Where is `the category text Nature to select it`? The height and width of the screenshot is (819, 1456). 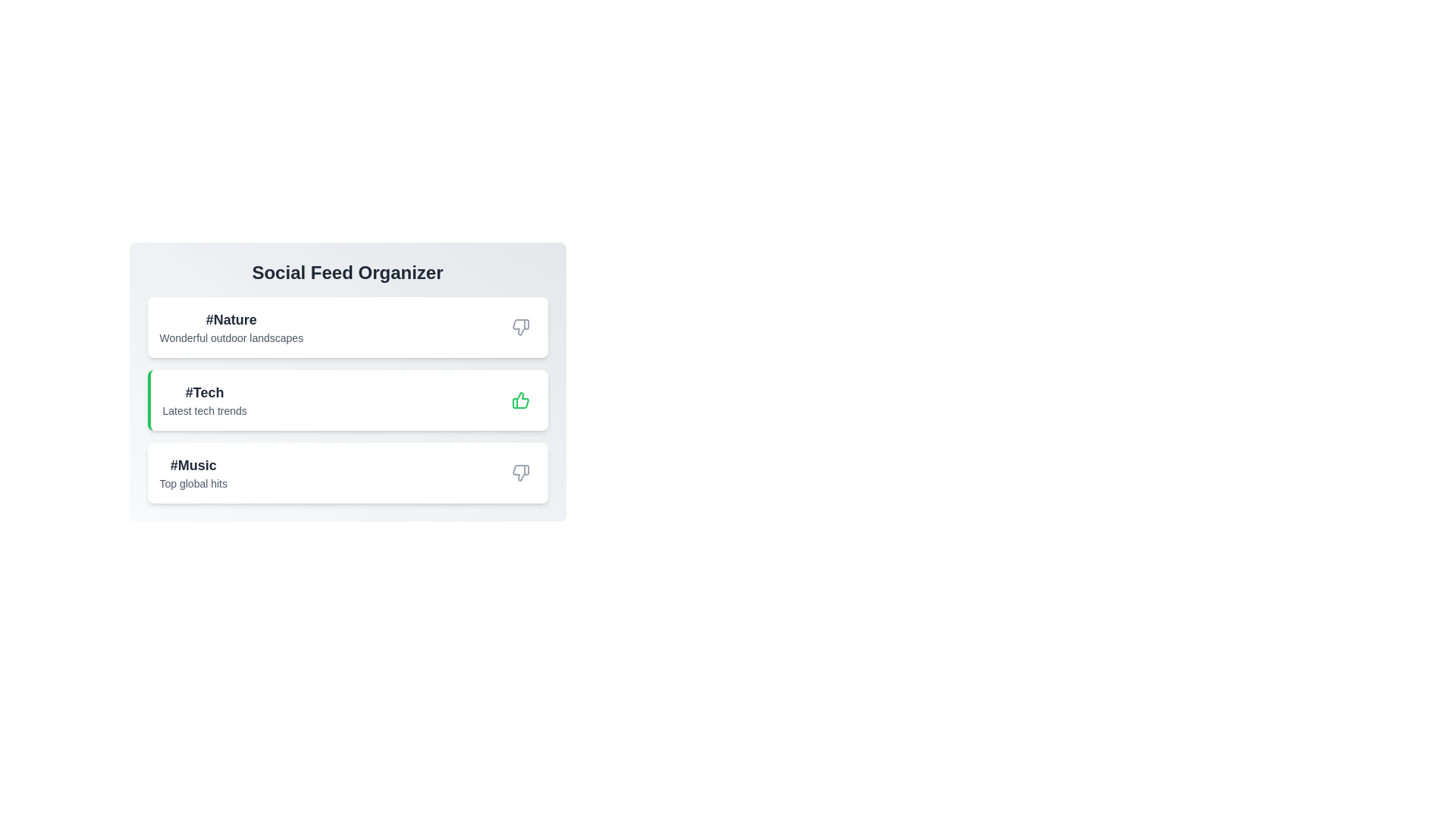
the category text Nature to select it is located at coordinates (231, 318).